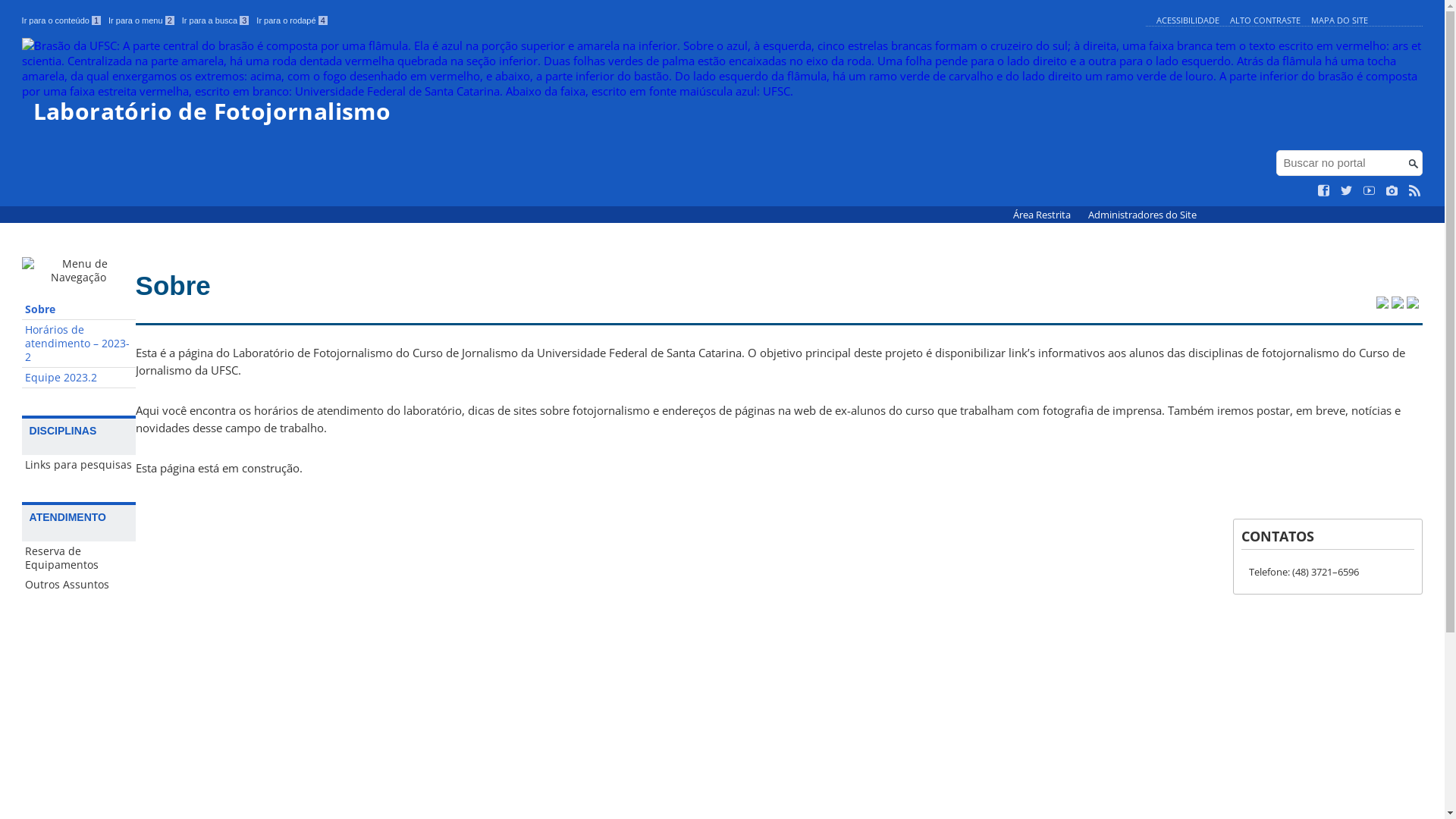  What do you see at coordinates (78, 558) in the screenshot?
I see `'Reserva de Equipamentos'` at bounding box center [78, 558].